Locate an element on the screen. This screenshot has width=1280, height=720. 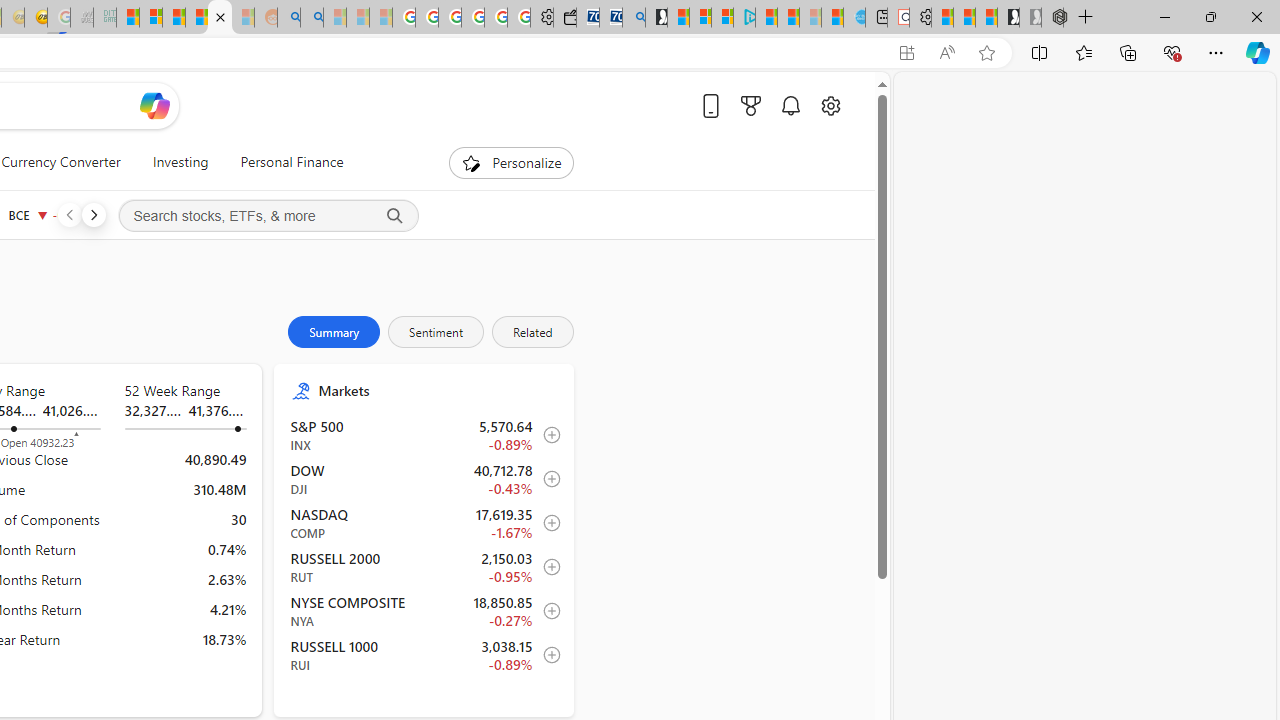
'Currency Converter' is located at coordinates (61, 162).